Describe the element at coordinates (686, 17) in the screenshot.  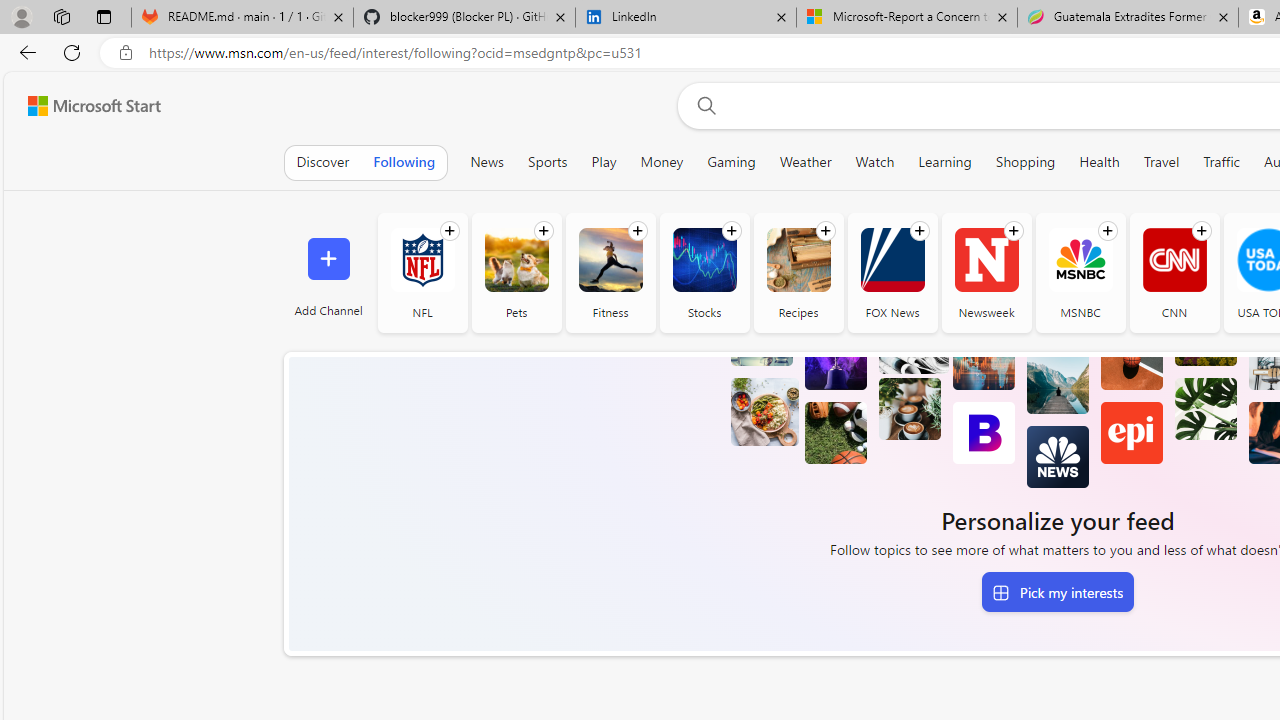
I see `'LinkedIn'` at that location.